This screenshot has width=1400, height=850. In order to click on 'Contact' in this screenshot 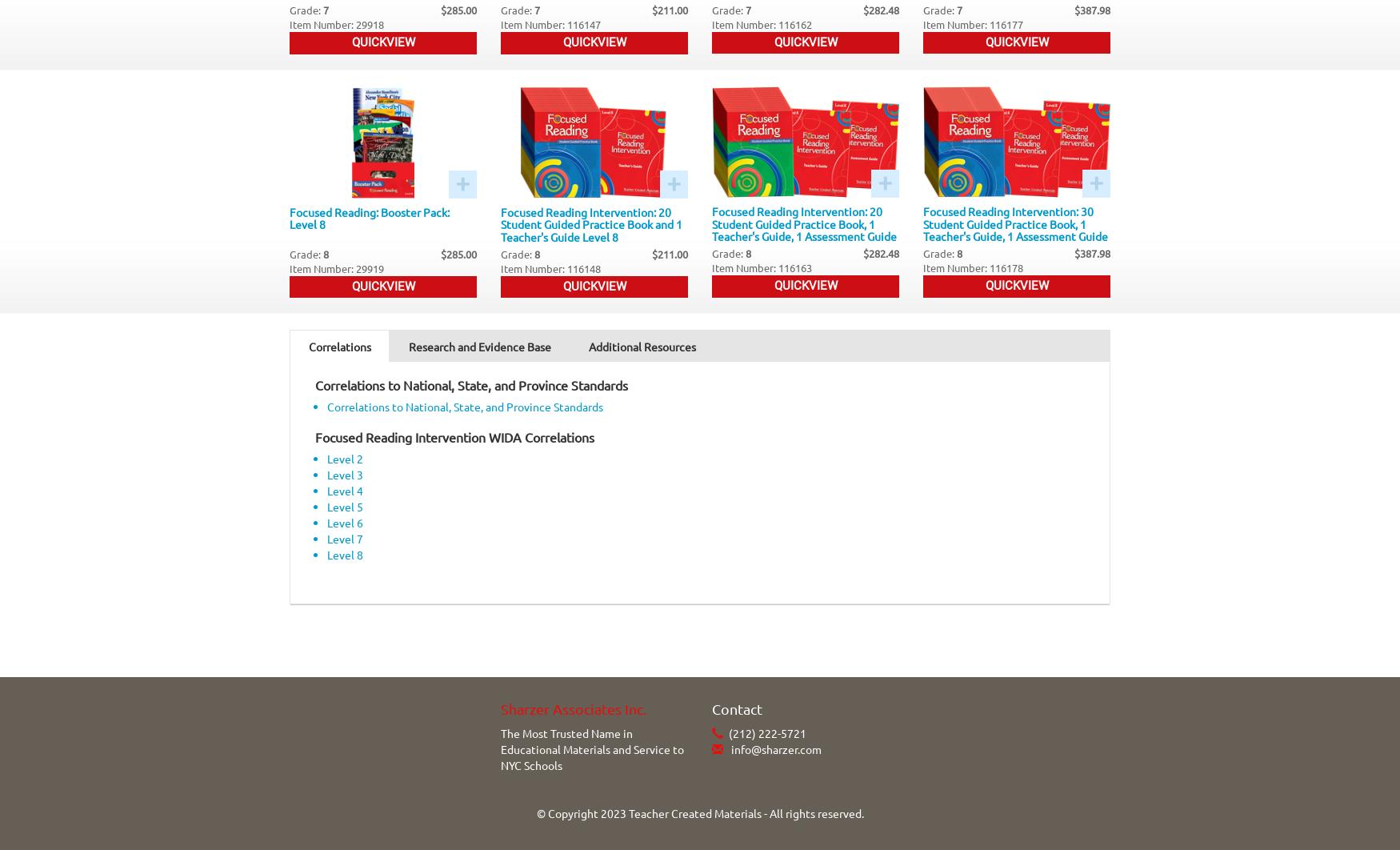, I will do `click(711, 707)`.